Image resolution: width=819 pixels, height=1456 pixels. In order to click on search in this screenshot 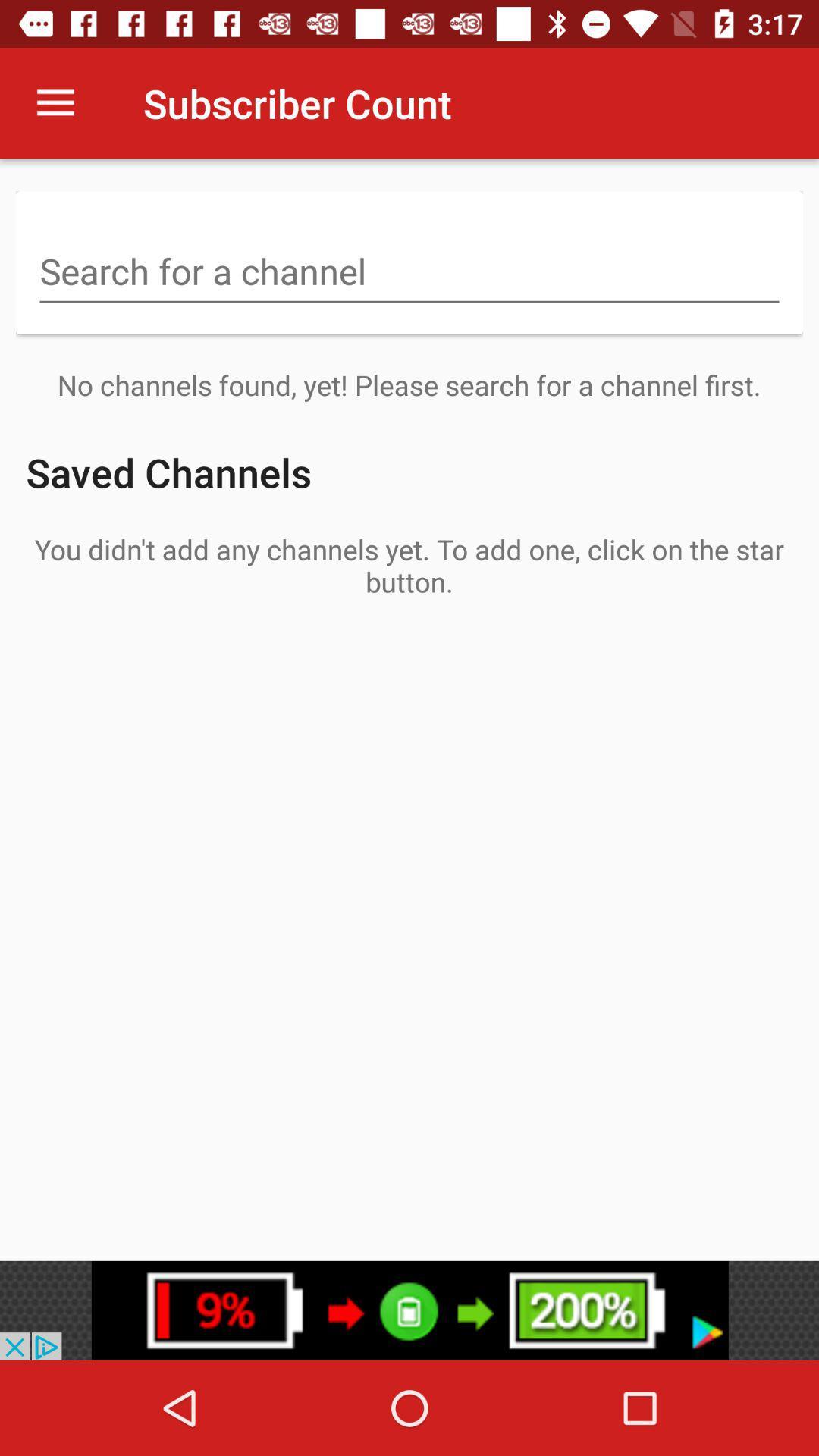, I will do `click(409, 273)`.